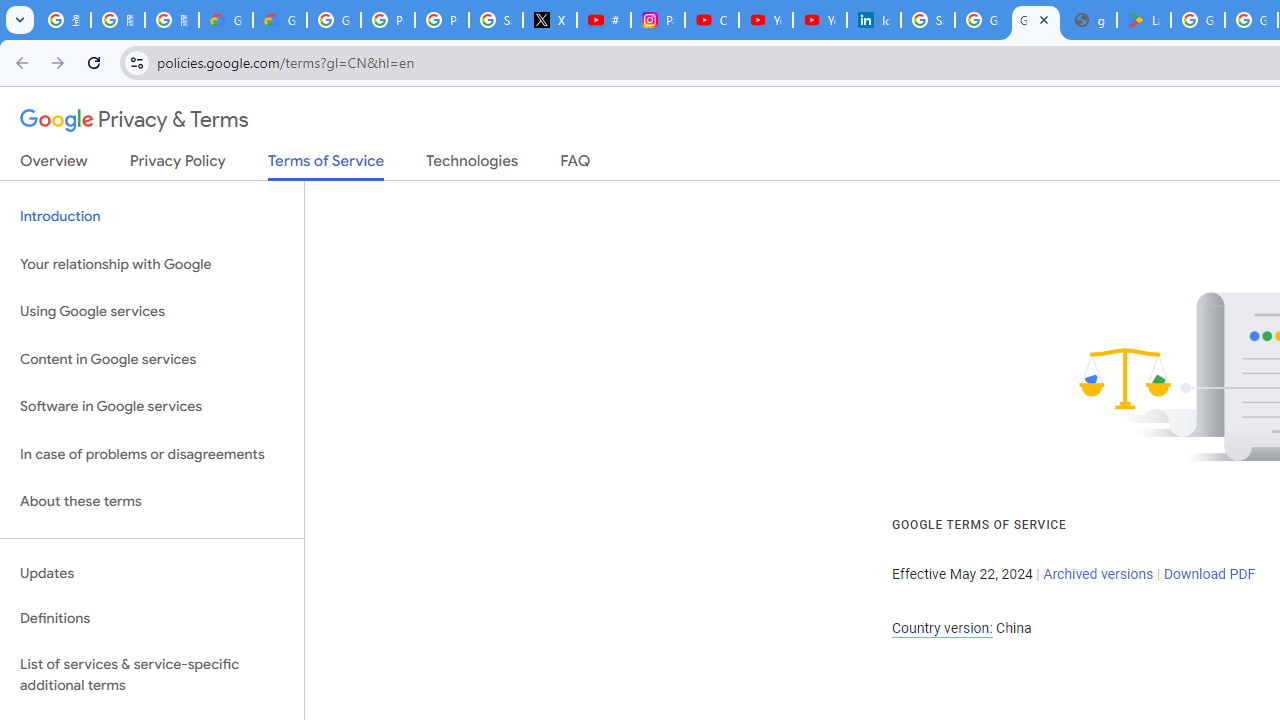  I want to click on 'Content in Google services', so click(151, 358).